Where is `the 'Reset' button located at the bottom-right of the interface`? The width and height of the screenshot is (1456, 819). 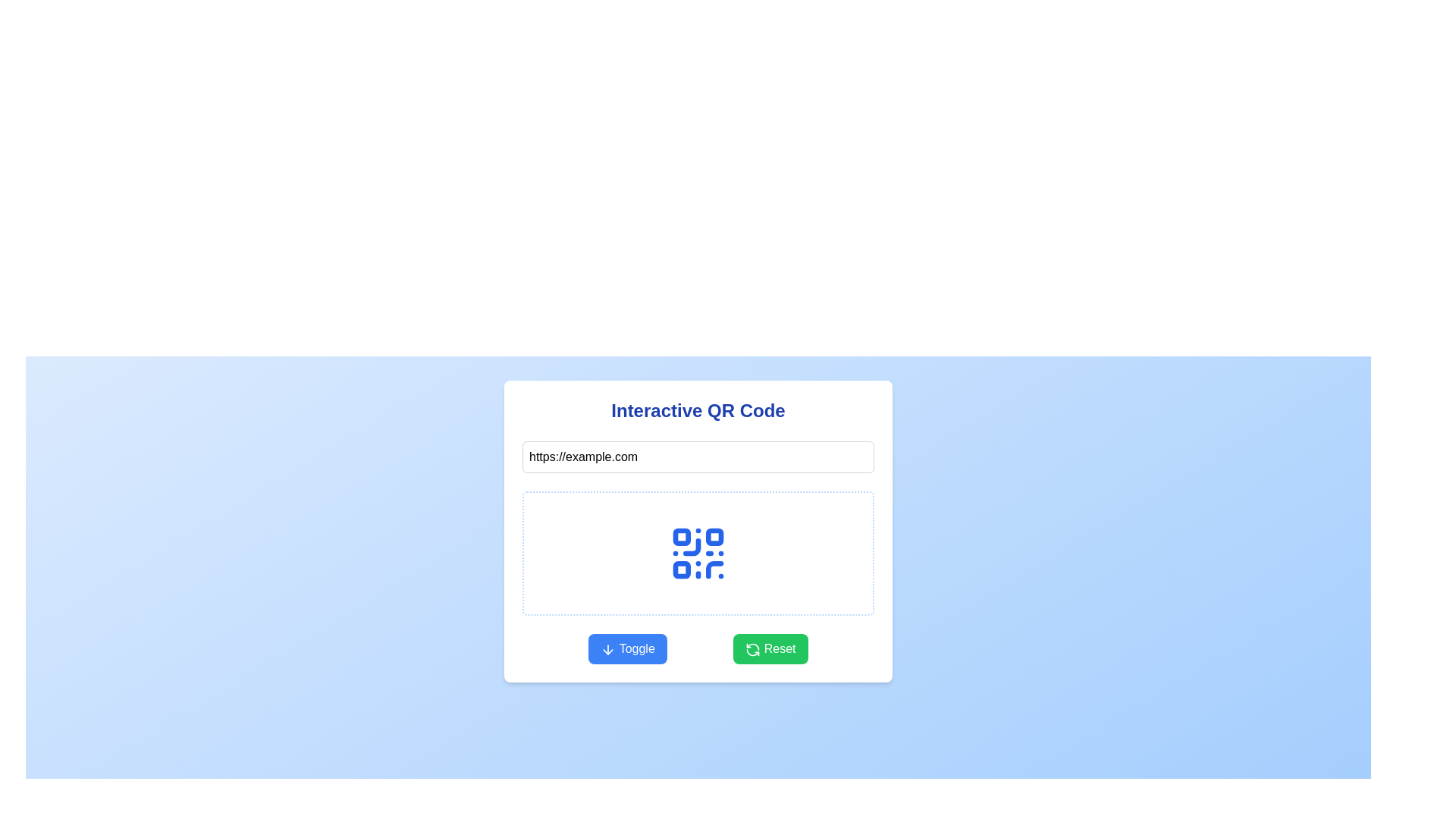
the 'Reset' button located at the bottom-right of the interface is located at coordinates (770, 648).